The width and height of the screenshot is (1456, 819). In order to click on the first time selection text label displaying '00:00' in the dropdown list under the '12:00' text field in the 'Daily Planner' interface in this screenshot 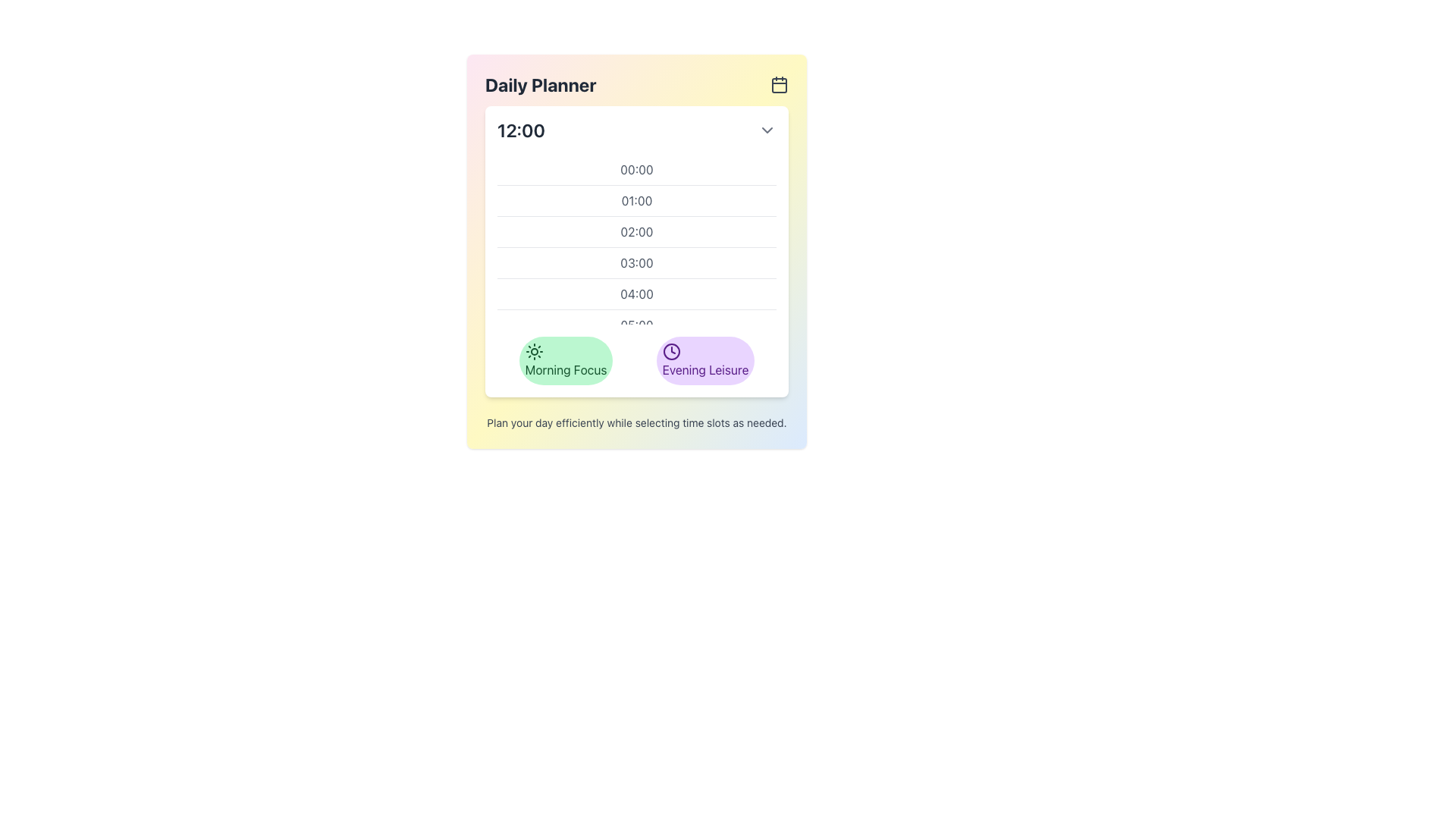, I will do `click(637, 169)`.